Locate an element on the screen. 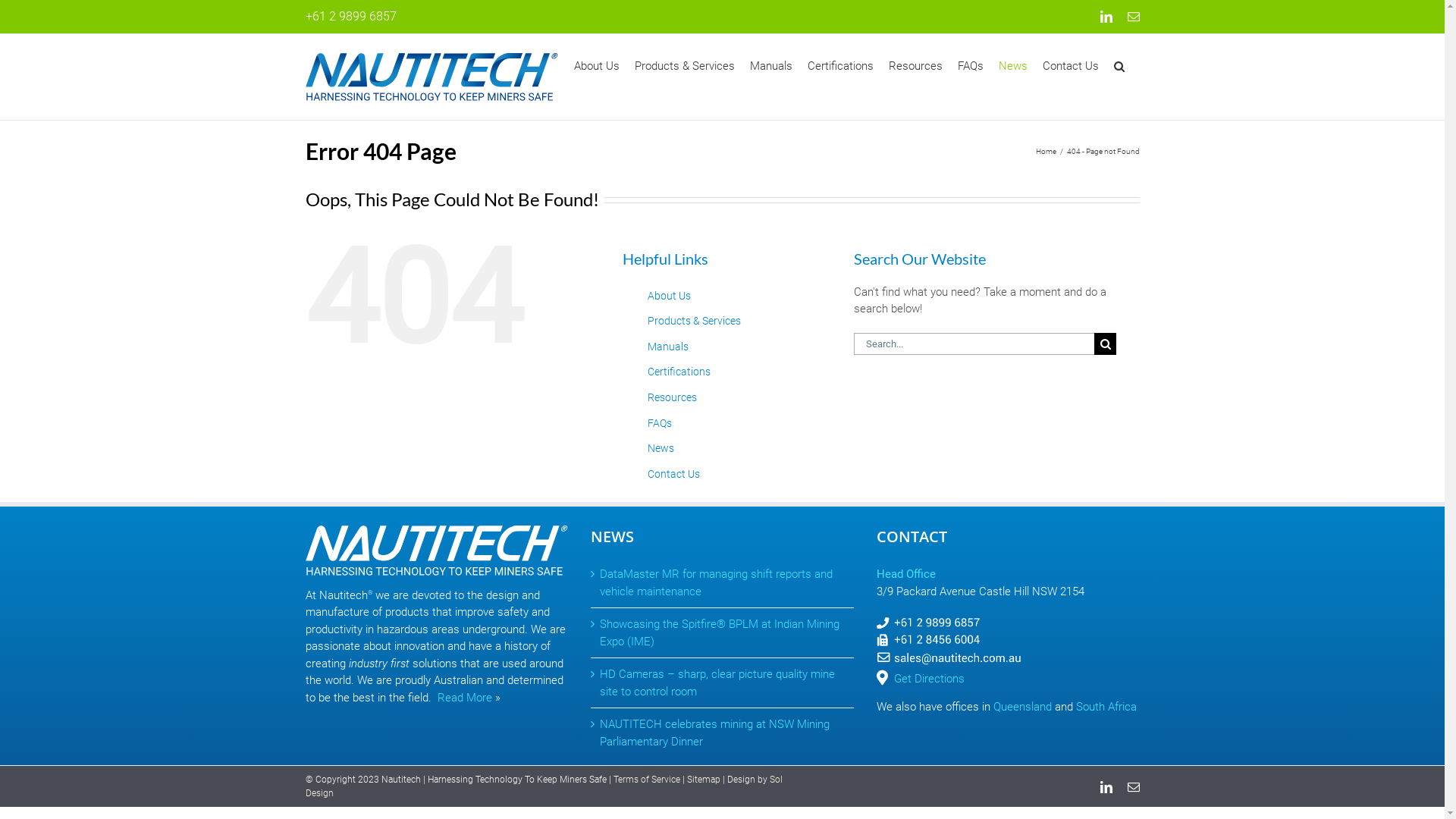  'Manuals' is located at coordinates (667, 346).